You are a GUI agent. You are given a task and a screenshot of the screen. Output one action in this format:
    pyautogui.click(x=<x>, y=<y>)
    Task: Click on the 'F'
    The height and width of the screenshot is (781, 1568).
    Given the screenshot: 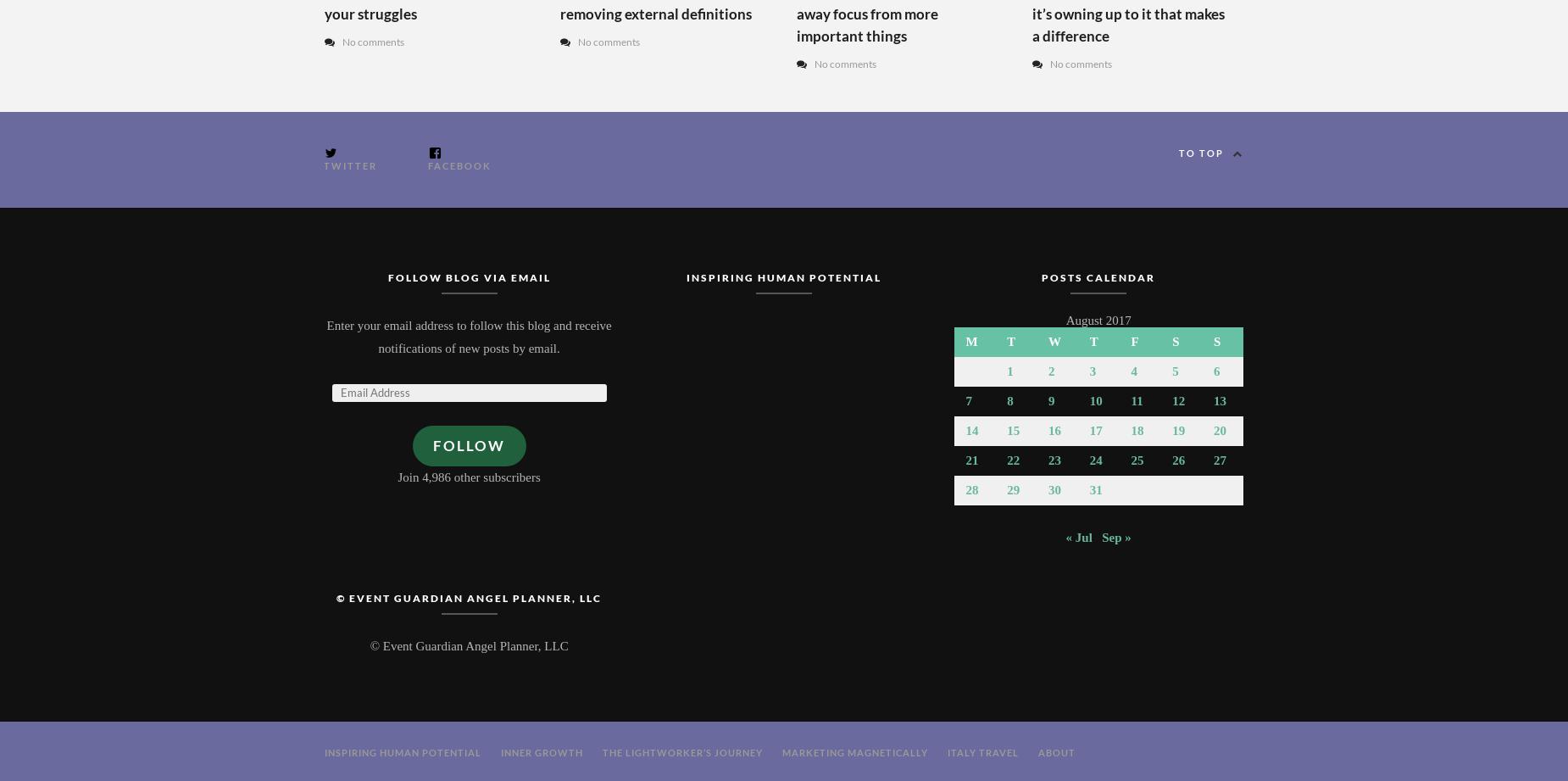 What is the action you would take?
    pyautogui.click(x=1133, y=342)
    